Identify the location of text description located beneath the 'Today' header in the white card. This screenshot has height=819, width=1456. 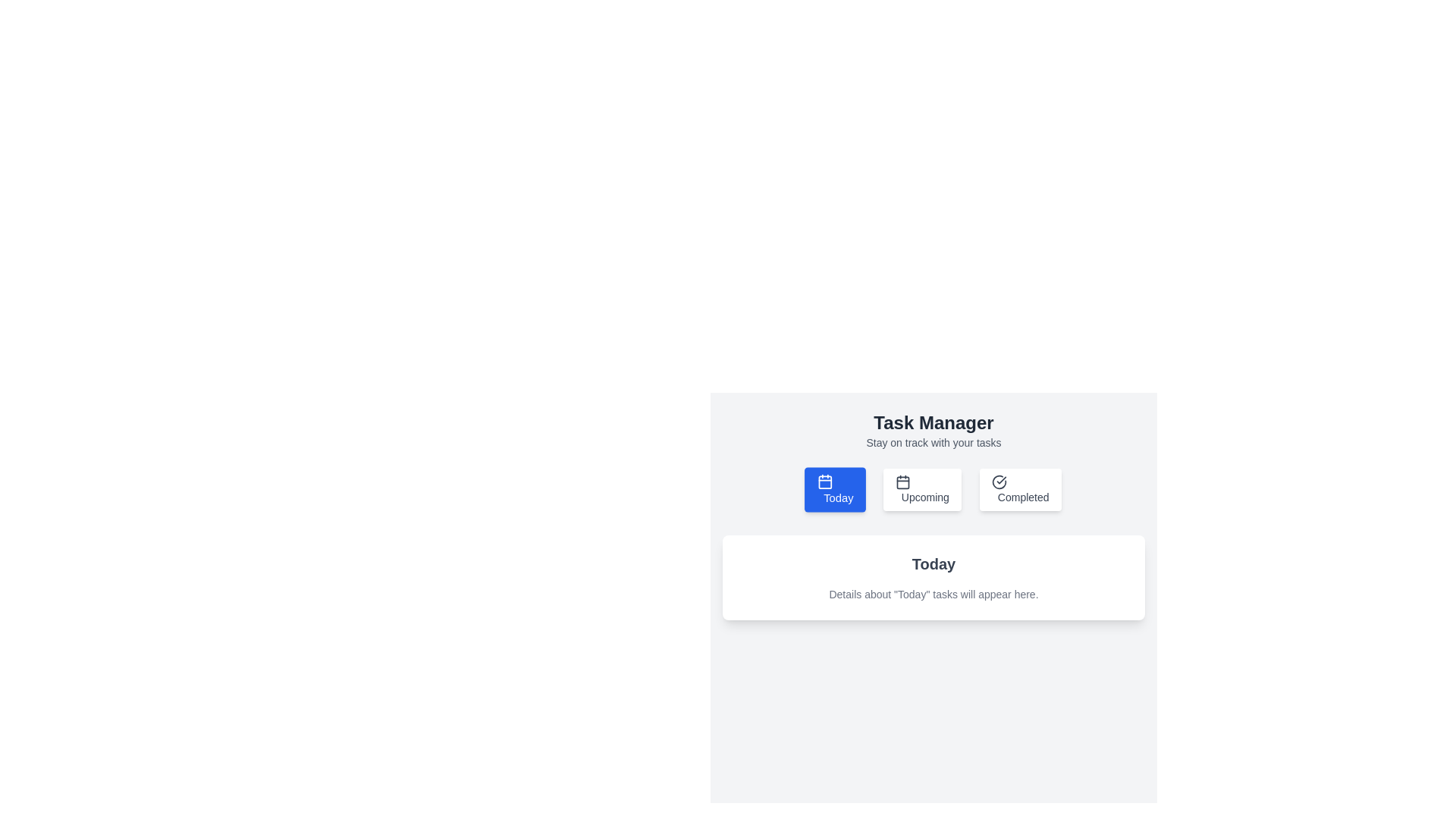
(933, 593).